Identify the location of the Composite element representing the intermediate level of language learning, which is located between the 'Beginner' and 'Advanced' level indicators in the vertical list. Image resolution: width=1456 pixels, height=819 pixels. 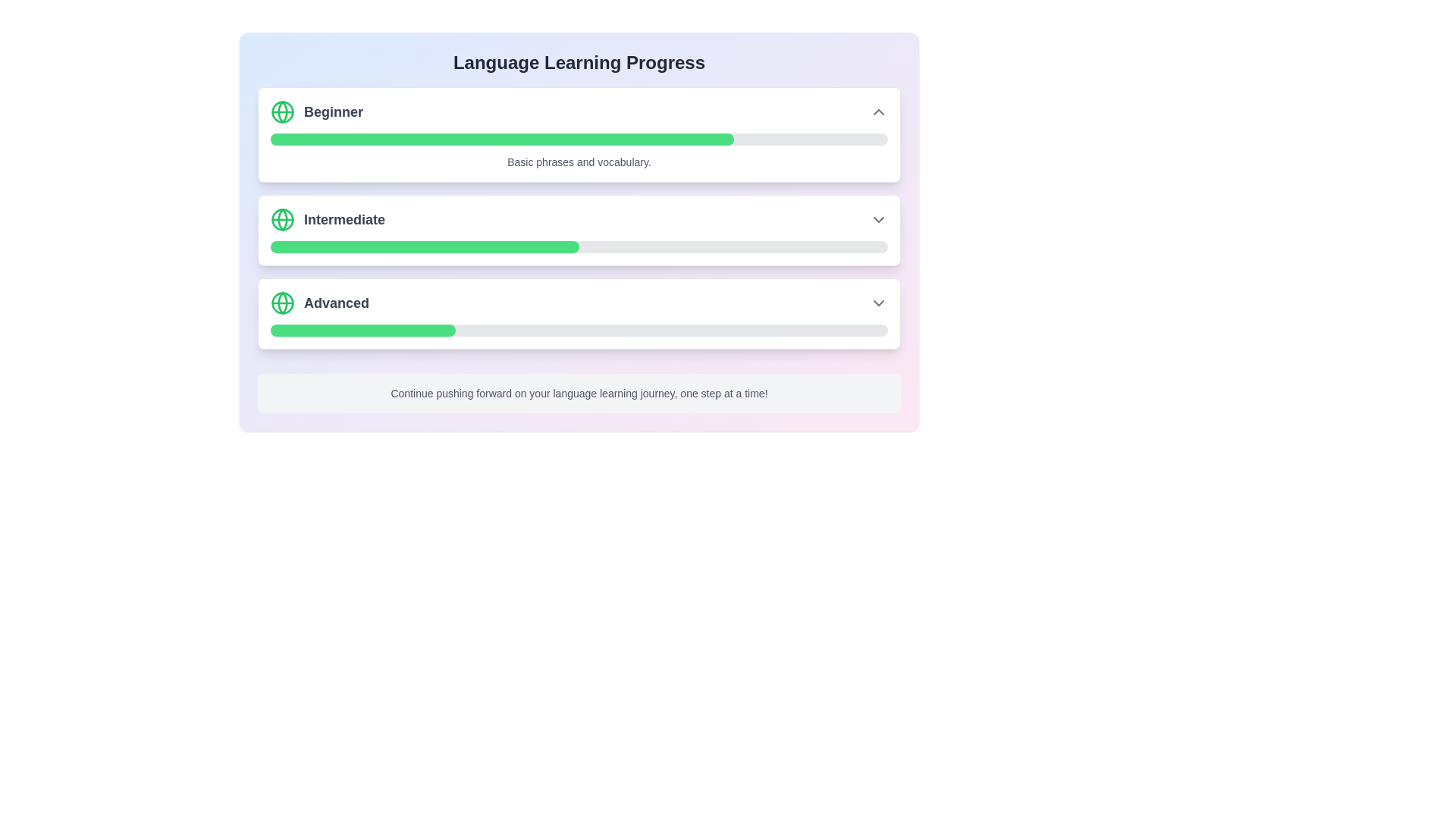
(327, 219).